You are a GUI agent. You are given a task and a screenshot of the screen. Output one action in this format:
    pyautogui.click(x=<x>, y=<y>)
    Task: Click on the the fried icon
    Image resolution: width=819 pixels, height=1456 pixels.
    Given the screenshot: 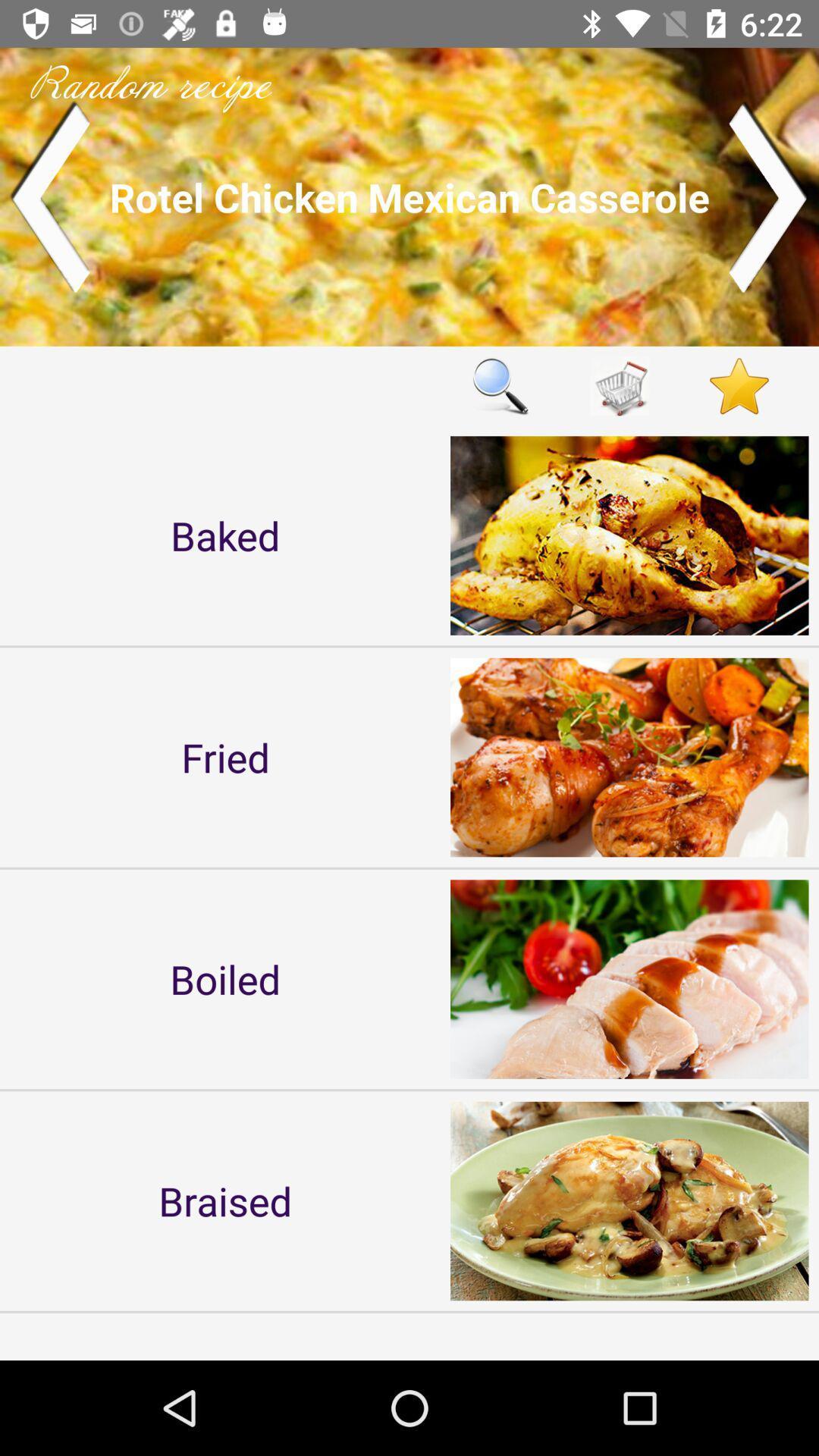 What is the action you would take?
    pyautogui.click(x=225, y=757)
    